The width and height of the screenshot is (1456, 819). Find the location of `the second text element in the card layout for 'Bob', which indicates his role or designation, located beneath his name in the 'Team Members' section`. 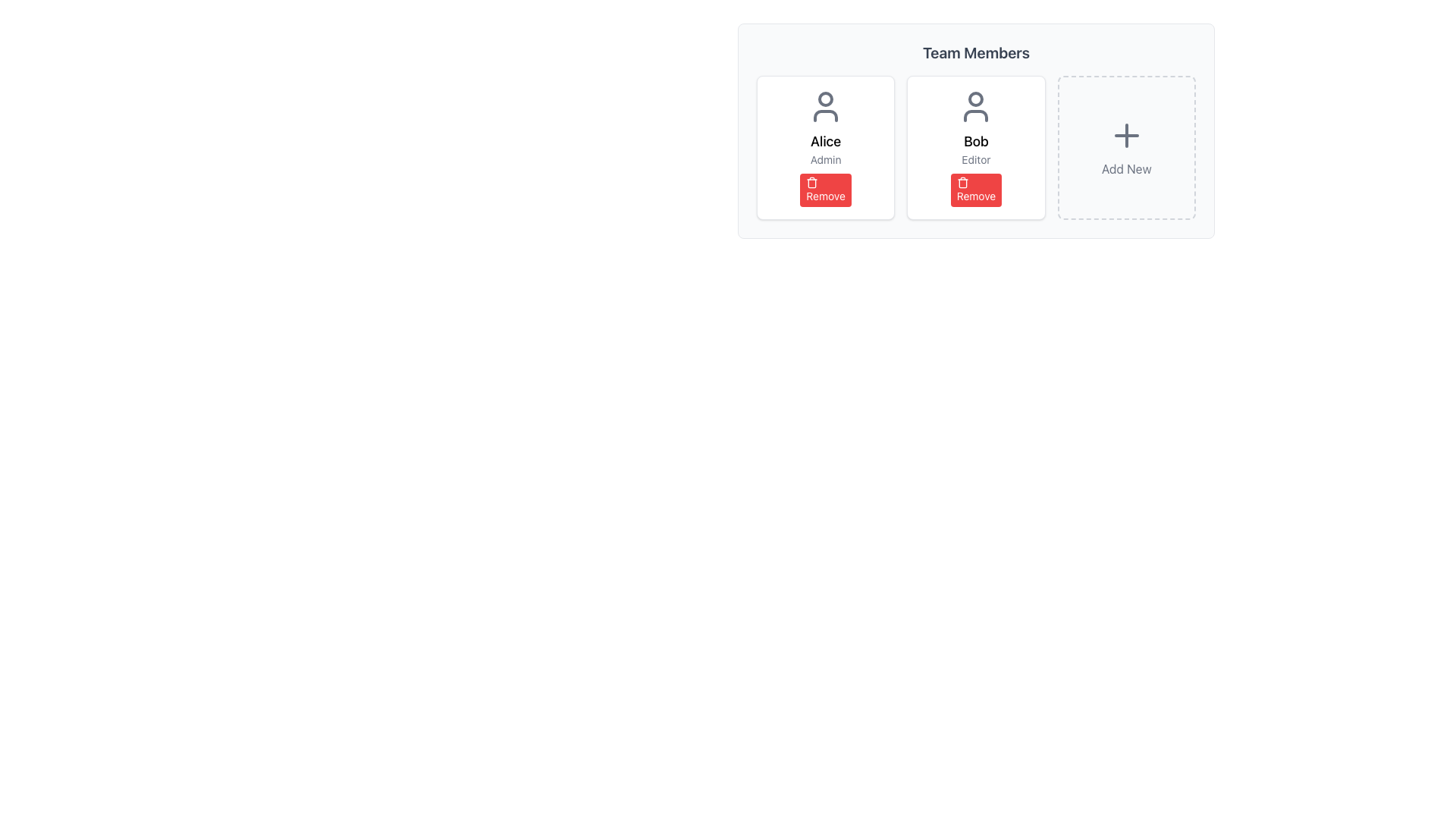

the second text element in the card layout for 'Bob', which indicates his role or designation, located beneath his name in the 'Team Members' section is located at coordinates (976, 160).